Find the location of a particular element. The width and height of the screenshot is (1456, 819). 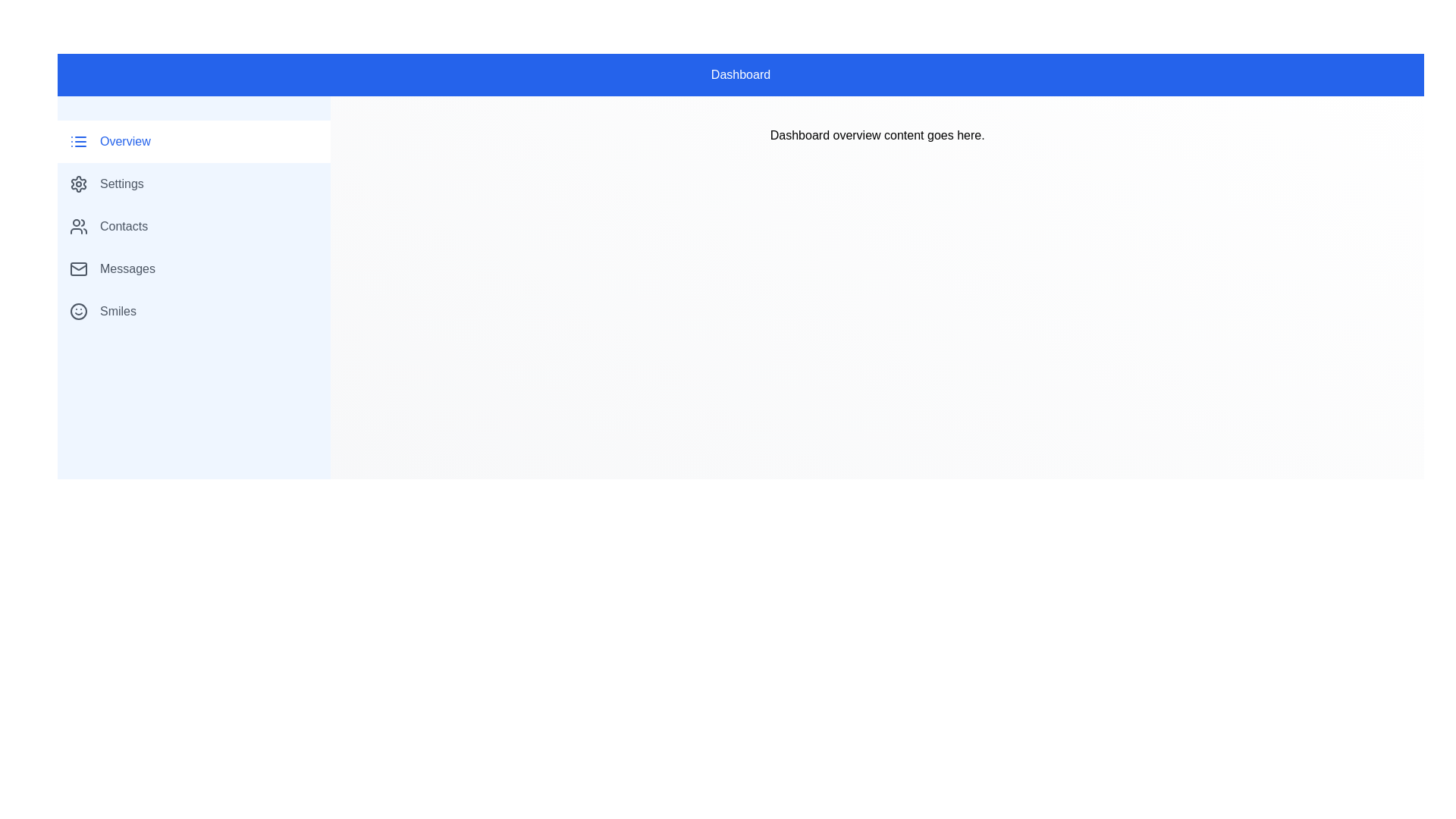

the 'Settings' icon located in the sidebar menu under the 'Overview' section is located at coordinates (78, 184).